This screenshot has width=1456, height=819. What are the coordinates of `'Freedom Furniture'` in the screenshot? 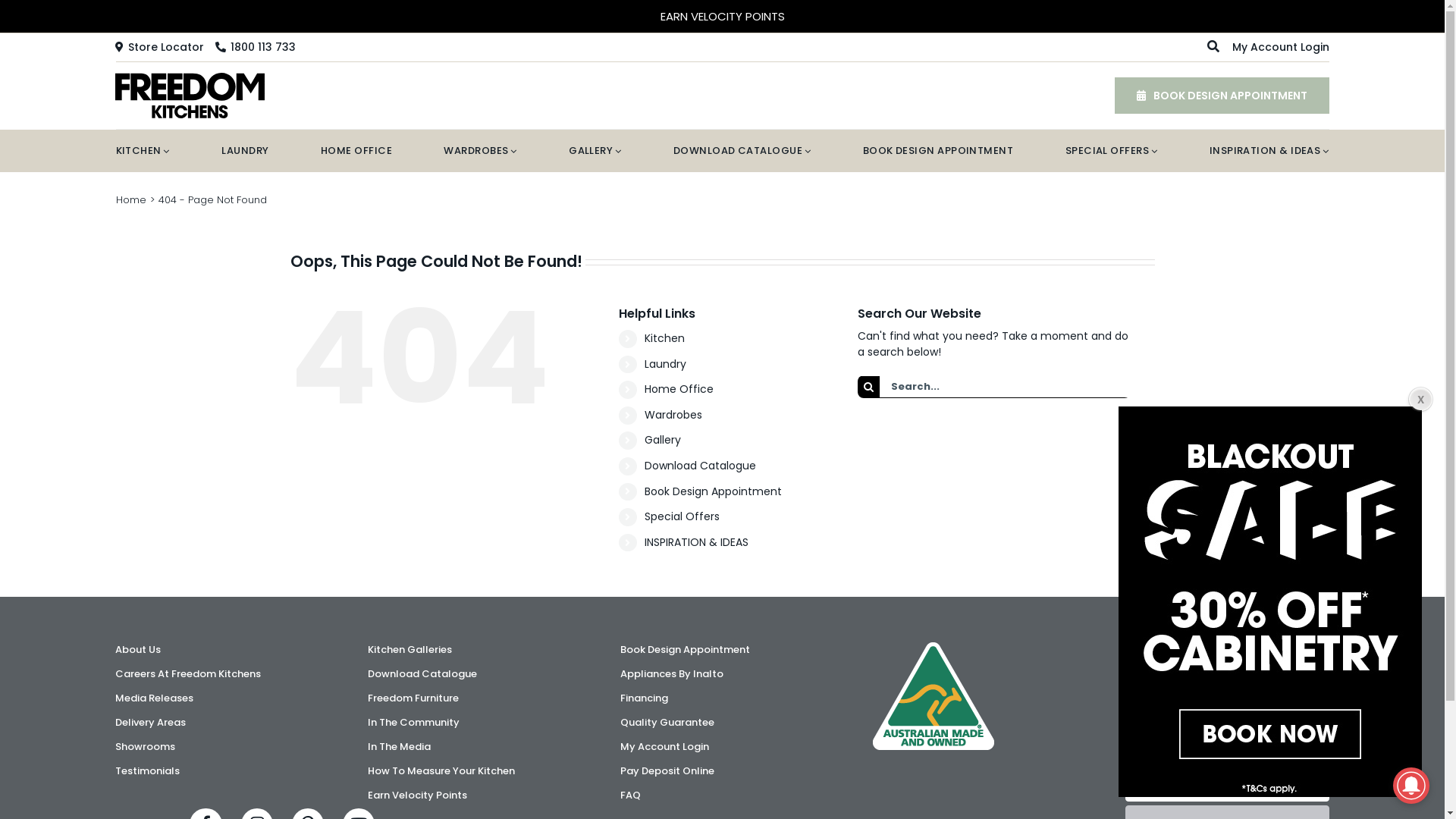 It's located at (469, 698).